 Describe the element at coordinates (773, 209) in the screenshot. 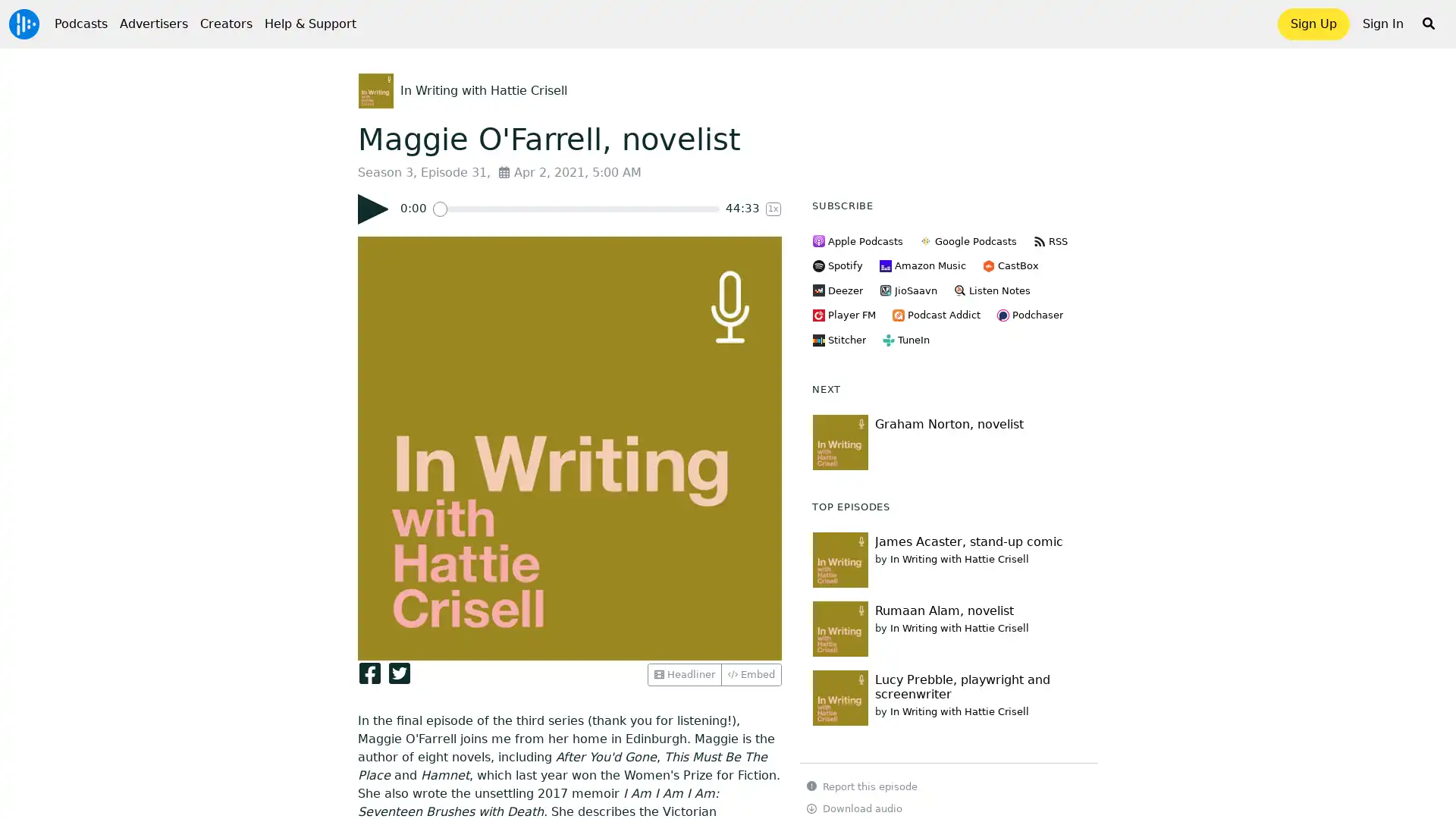

I see `1x` at that location.